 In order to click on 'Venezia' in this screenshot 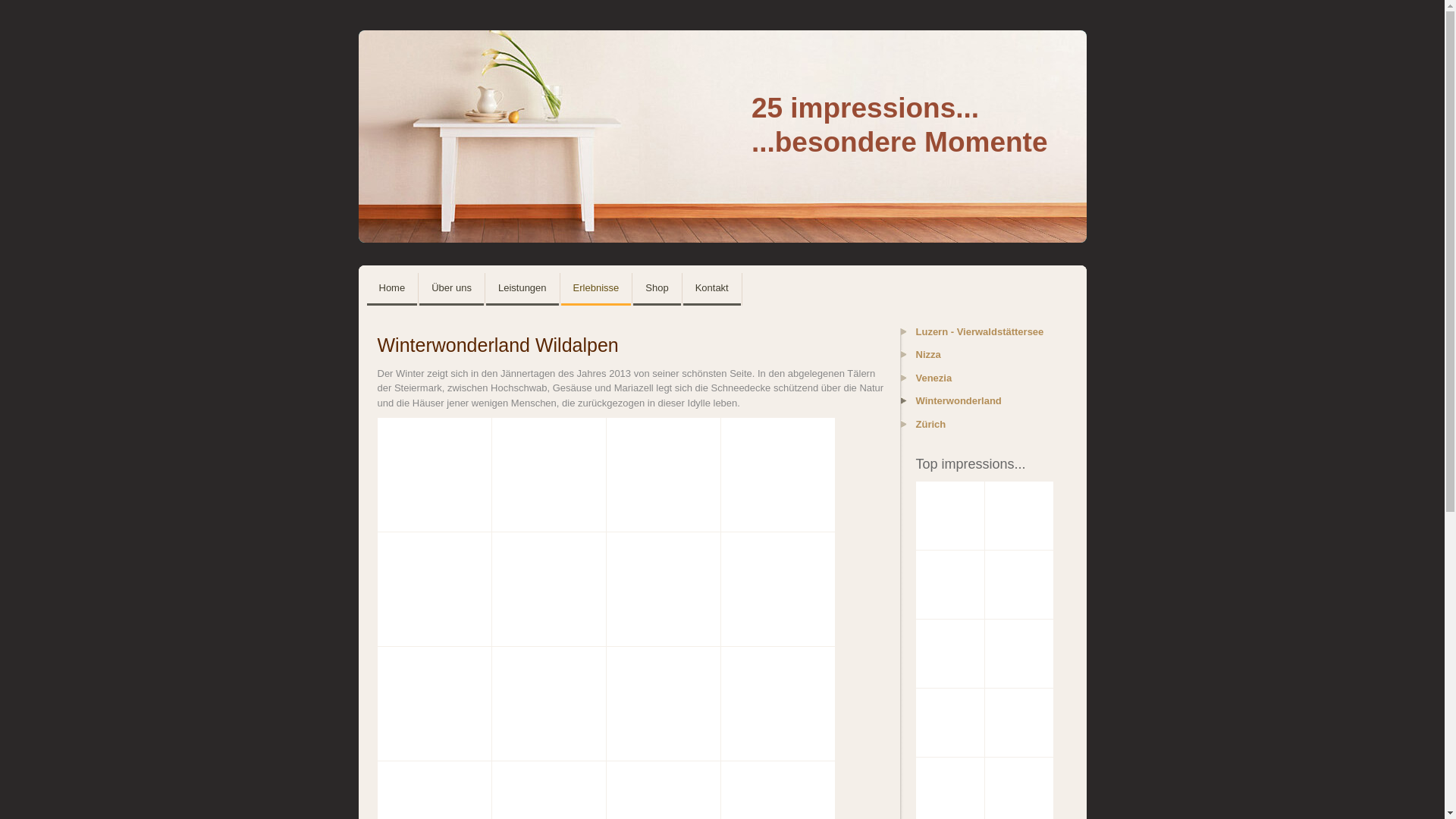, I will do `click(980, 381)`.